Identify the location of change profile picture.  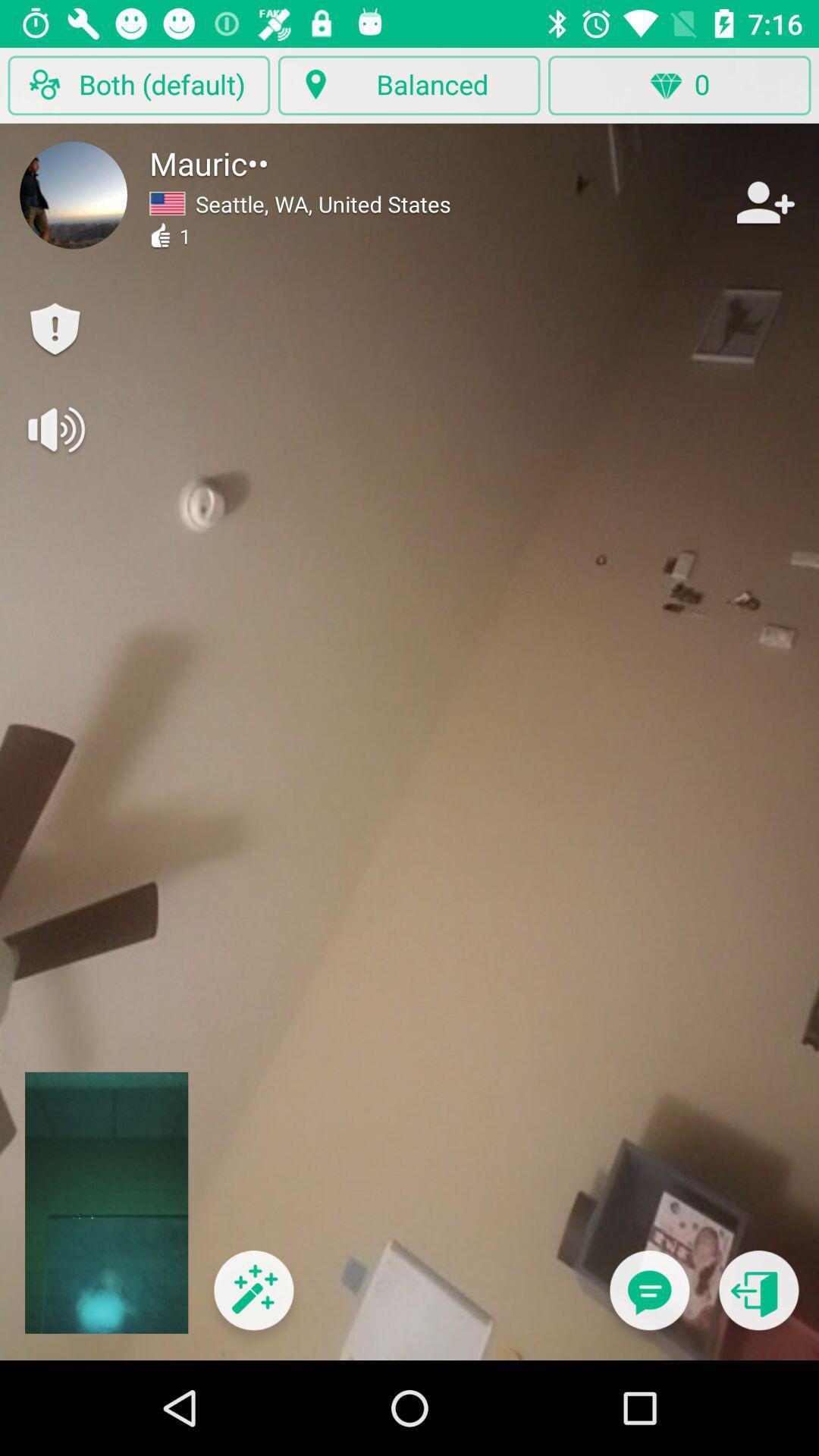
(74, 194).